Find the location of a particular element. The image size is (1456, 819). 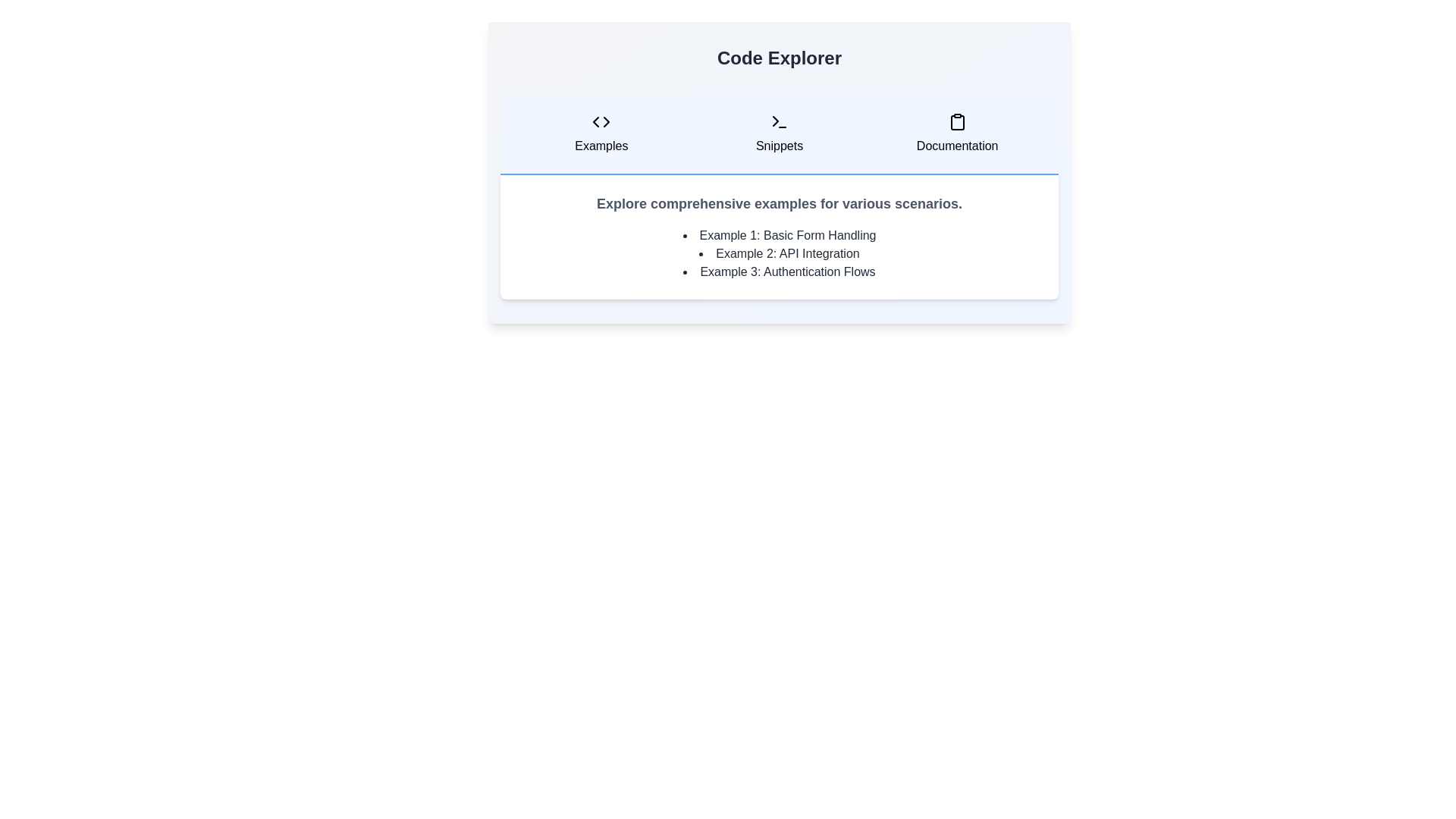

the 'Snippets' tab in the navigation tab control for visual feedback is located at coordinates (779, 133).